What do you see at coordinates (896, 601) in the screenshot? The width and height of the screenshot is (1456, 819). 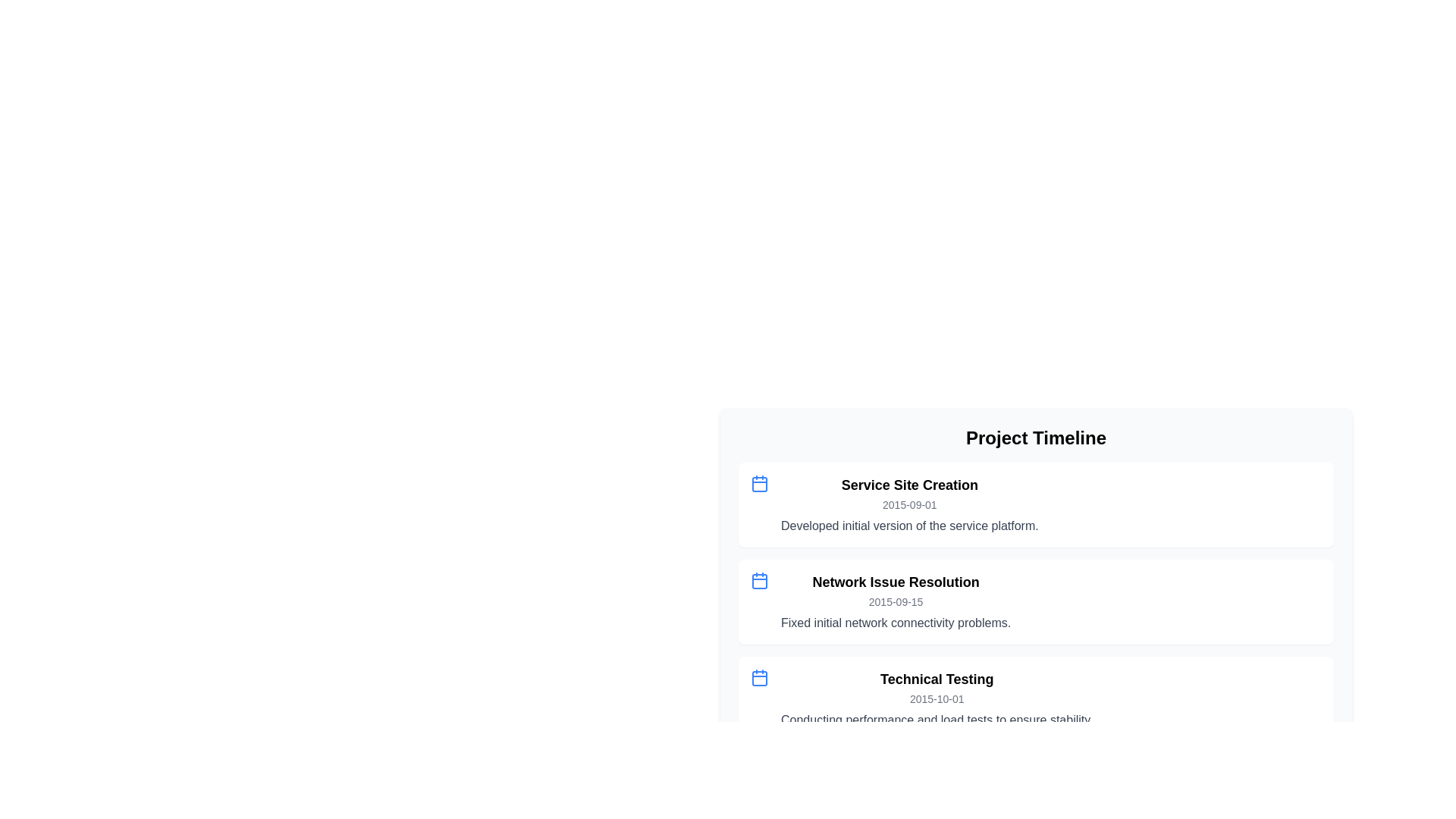 I see `text display that shows the date for the 'Network Issue Resolution' timeline entry, located below the title and above the description` at bounding box center [896, 601].